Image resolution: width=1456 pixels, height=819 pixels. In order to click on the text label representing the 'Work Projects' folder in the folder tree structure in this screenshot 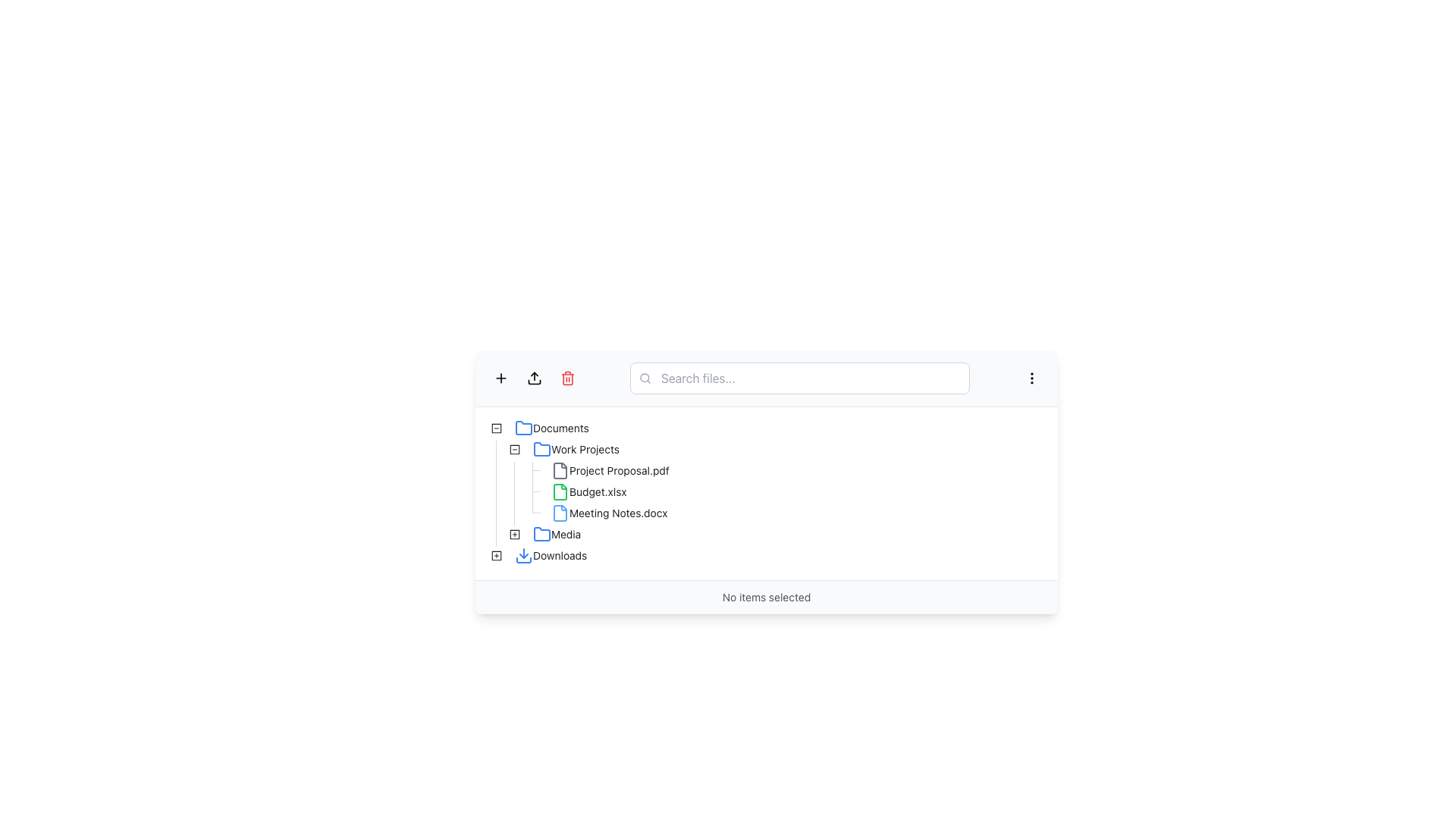, I will do `click(585, 448)`.